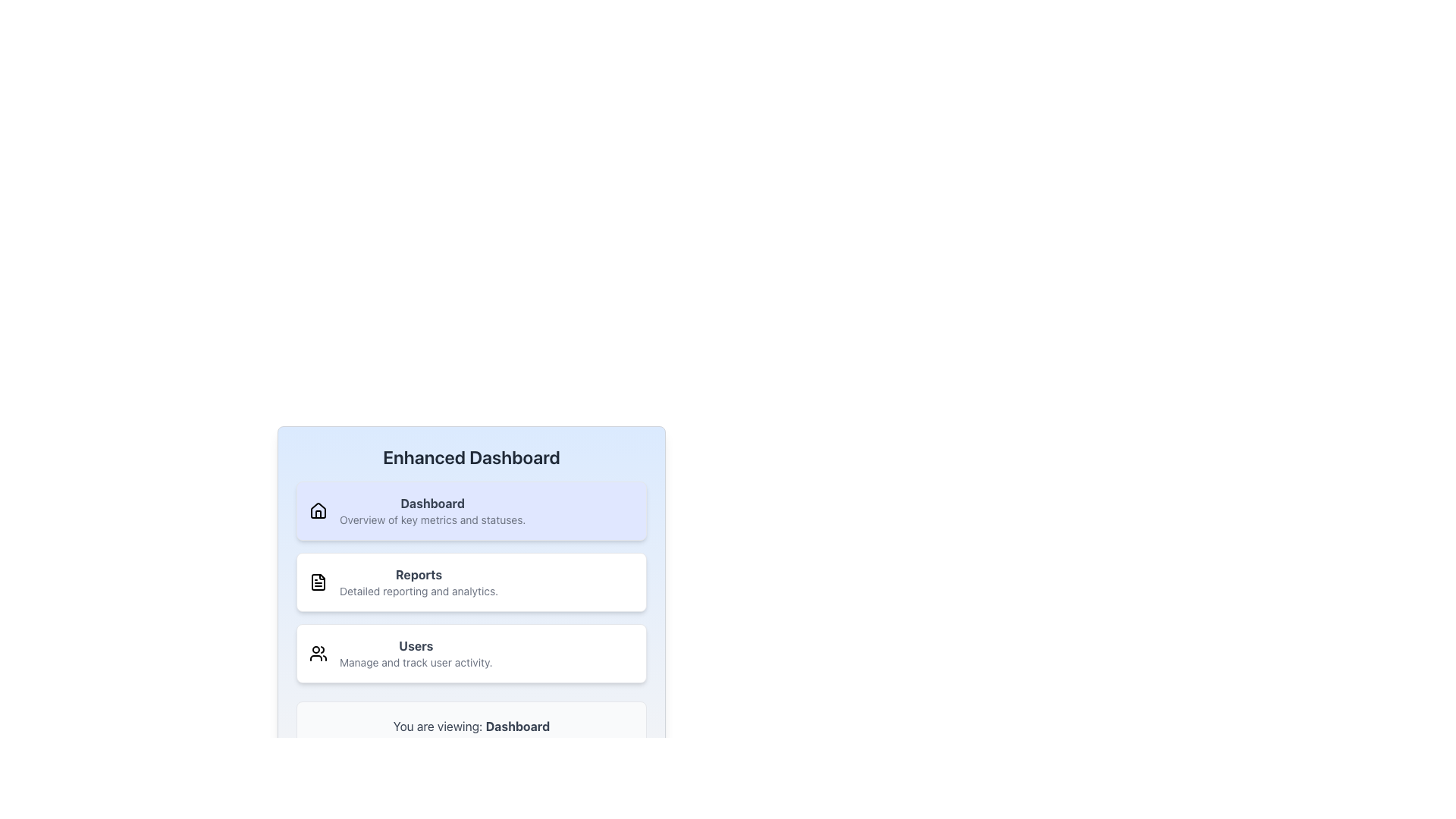  What do you see at coordinates (517, 725) in the screenshot?
I see `text of the 'Dashboard' label, which is bold and part of the phrase 'You are viewing: Dashboard', located near the bottom right of the interface` at bounding box center [517, 725].